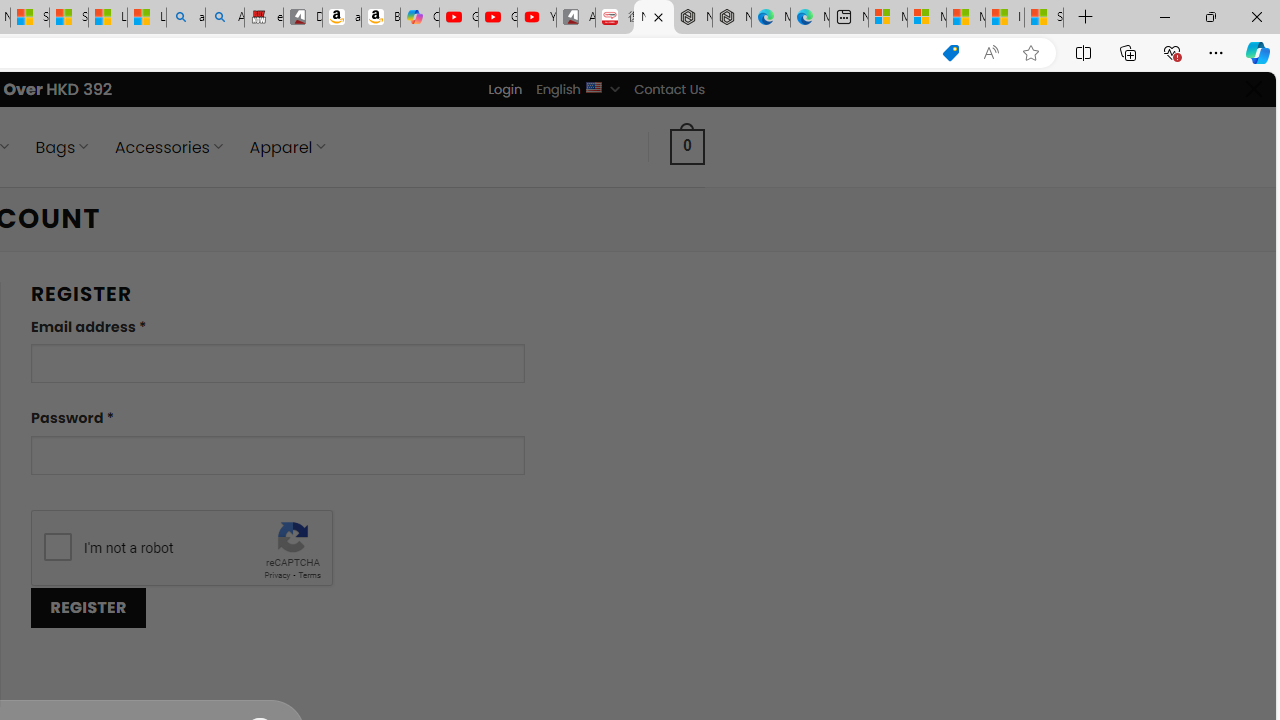 The height and width of the screenshot is (720, 1280). What do you see at coordinates (688, 145) in the screenshot?
I see `'  0  '` at bounding box center [688, 145].